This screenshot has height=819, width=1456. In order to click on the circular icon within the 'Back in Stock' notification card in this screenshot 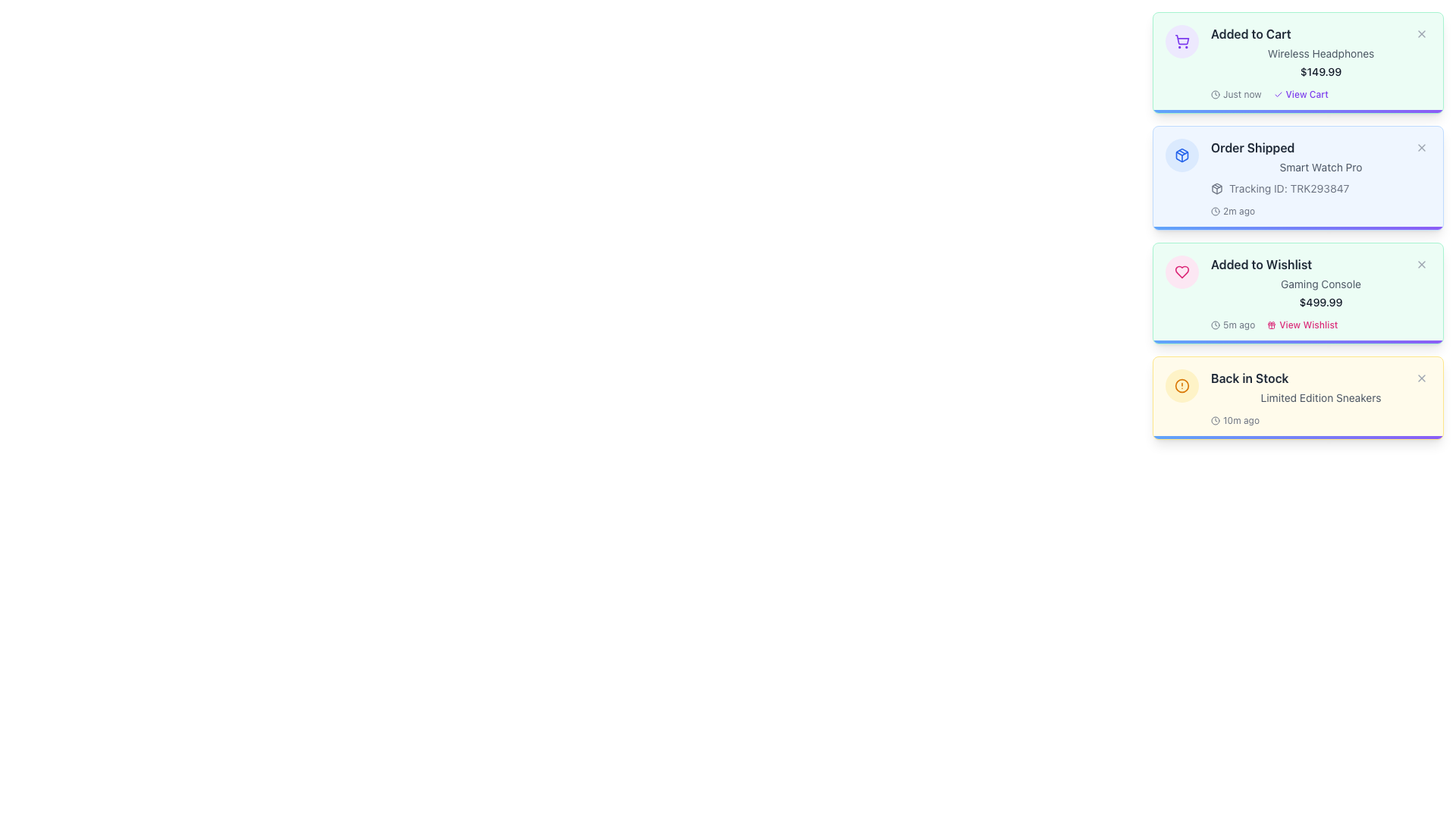, I will do `click(1181, 384)`.